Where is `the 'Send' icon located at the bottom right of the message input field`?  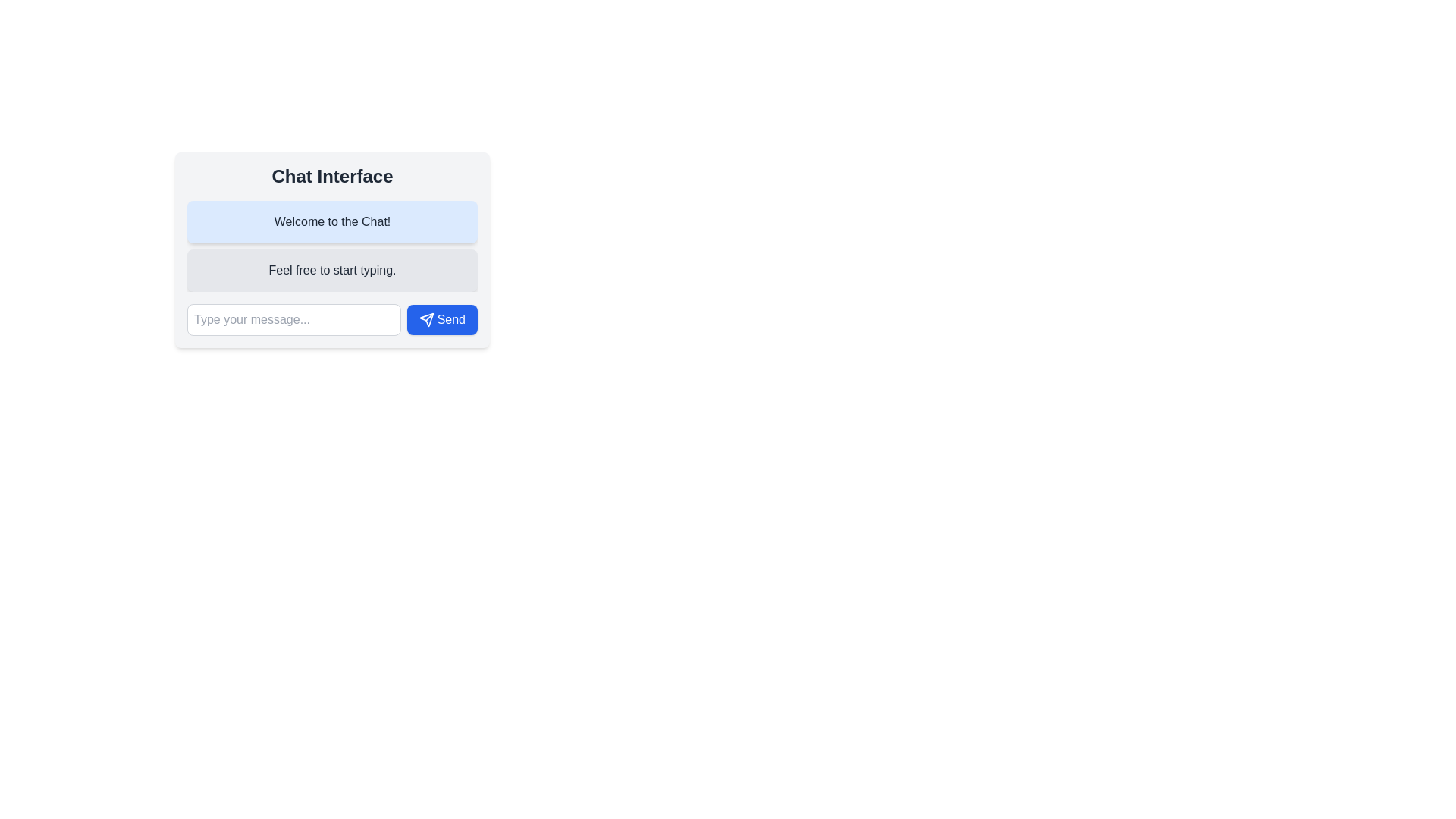 the 'Send' icon located at the bottom right of the message input field is located at coordinates (425, 318).